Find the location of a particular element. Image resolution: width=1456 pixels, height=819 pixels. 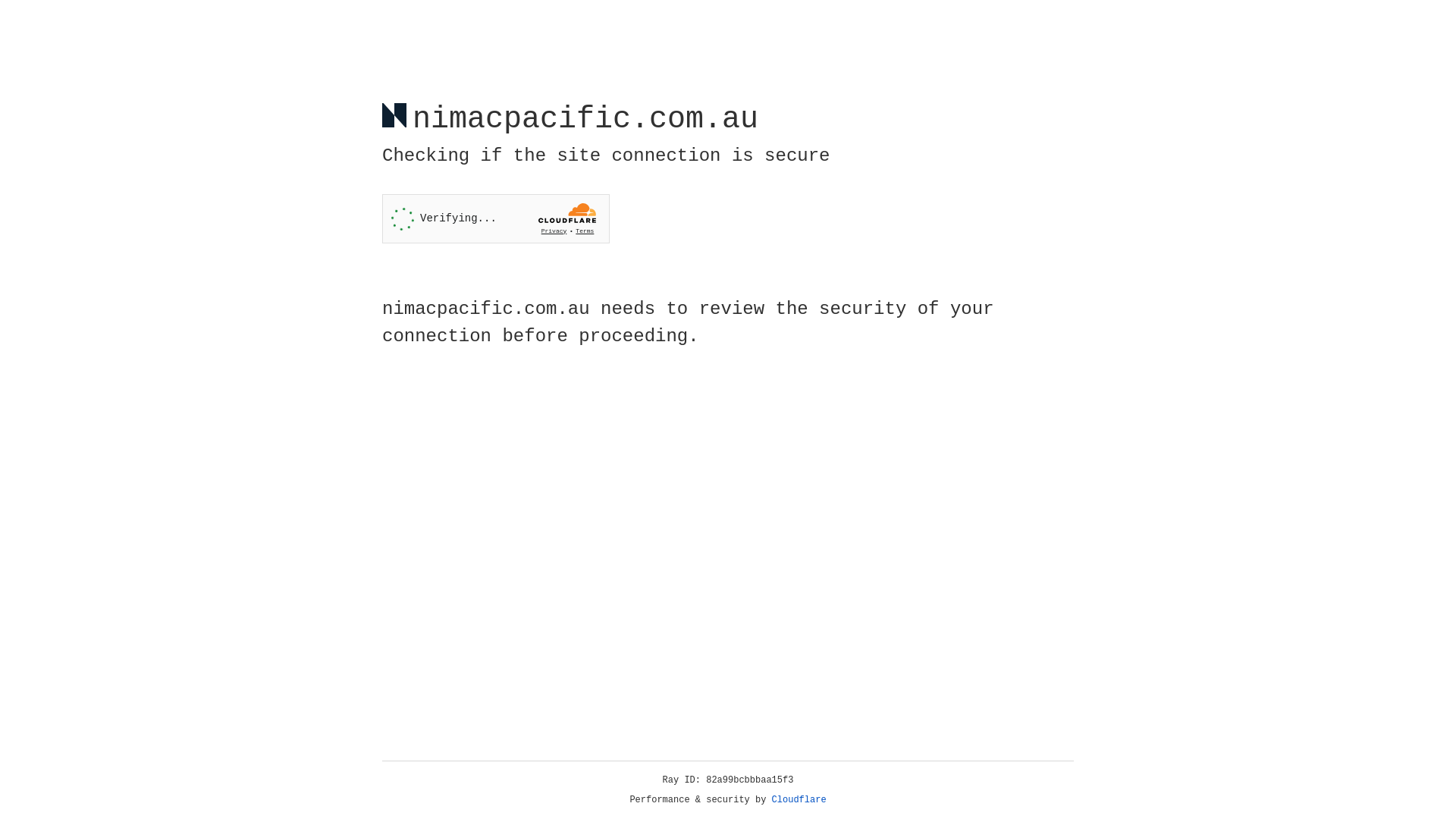

'Cloudflare' is located at coordinates (799, 799).